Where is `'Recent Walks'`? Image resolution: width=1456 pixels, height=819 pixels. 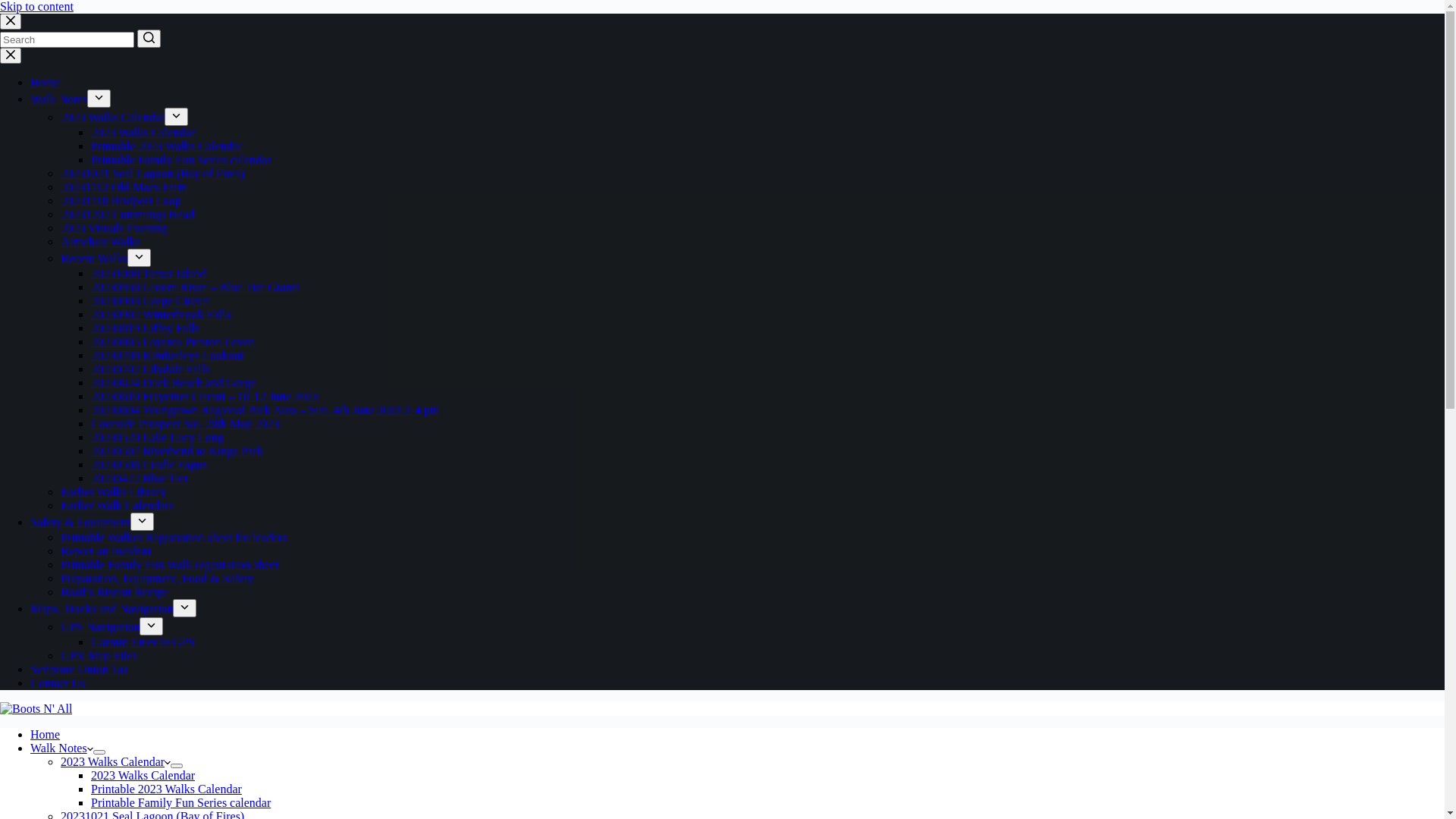 'Recent Walks' is located at coordinates (93, 257).